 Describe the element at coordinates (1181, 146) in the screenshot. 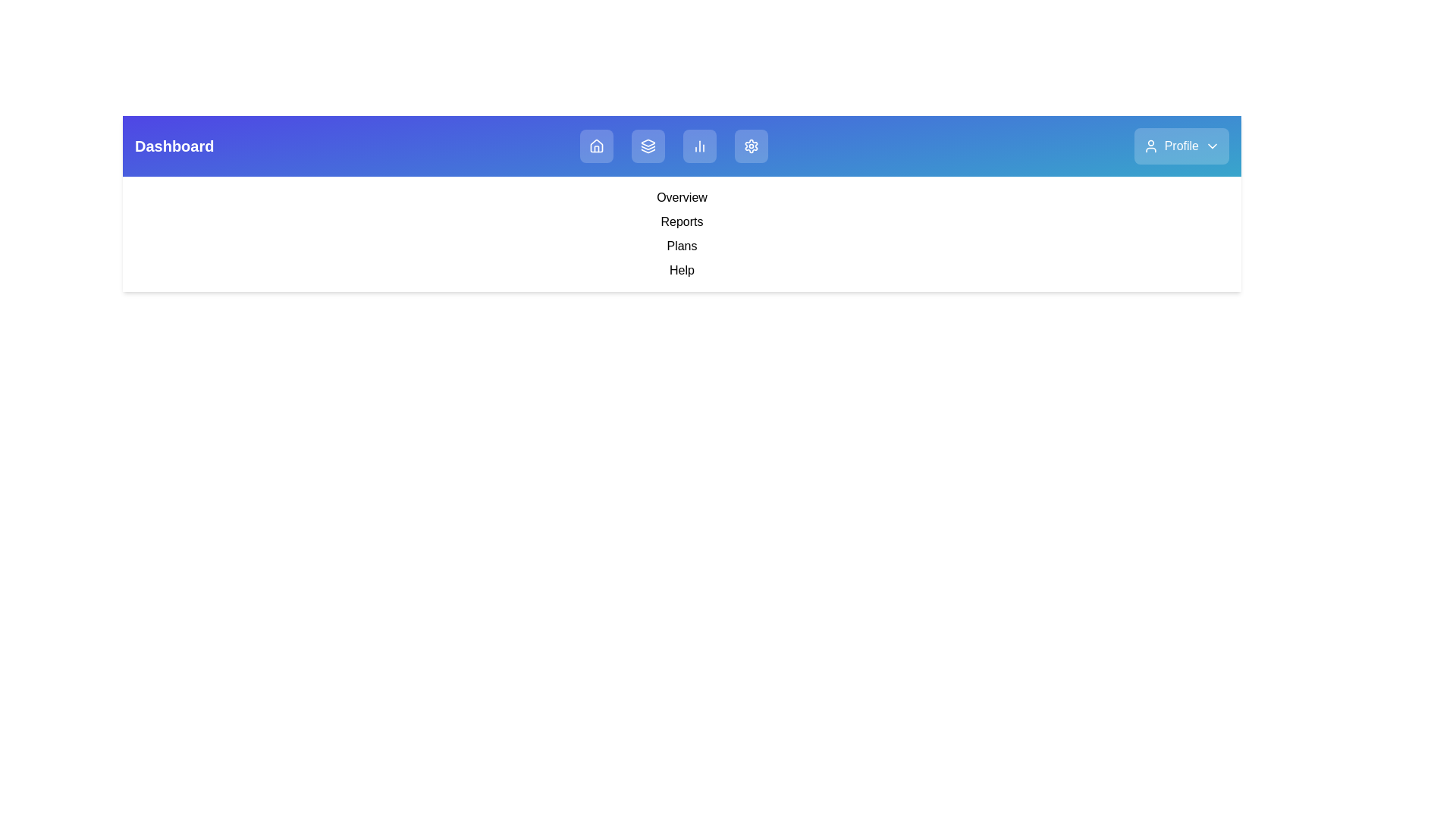

I see `the 'Profile' button to toggle the profile menu` at that location.